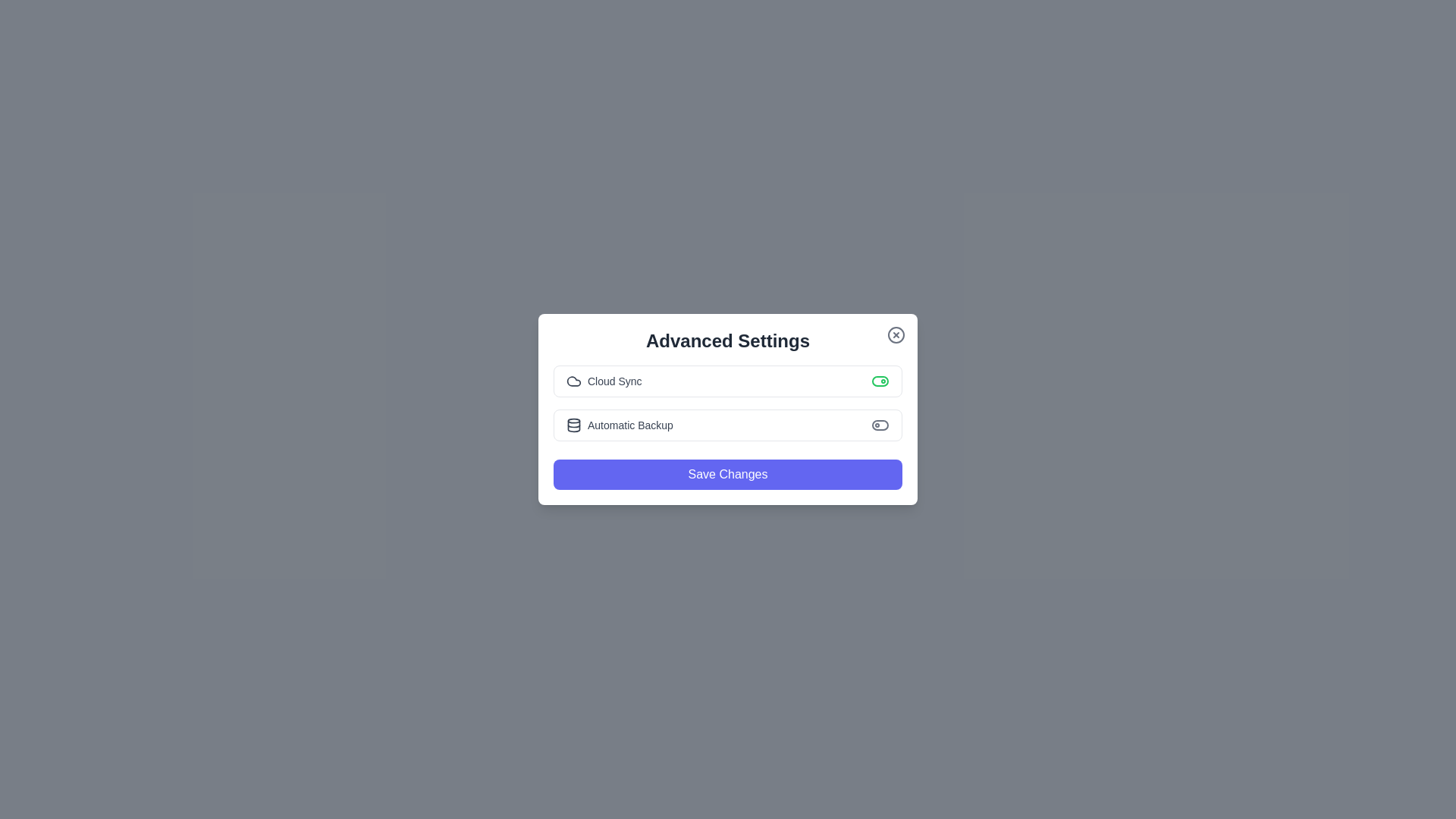 The width and height of the screenshot is (1456, 819). Describe the element at coordinates (896, 334) in the screenshot. I see `the close button, which is a circular gray icon with a cross mark inside, located at the top-right corner of the 'Advanced Settings' modal` at that location.